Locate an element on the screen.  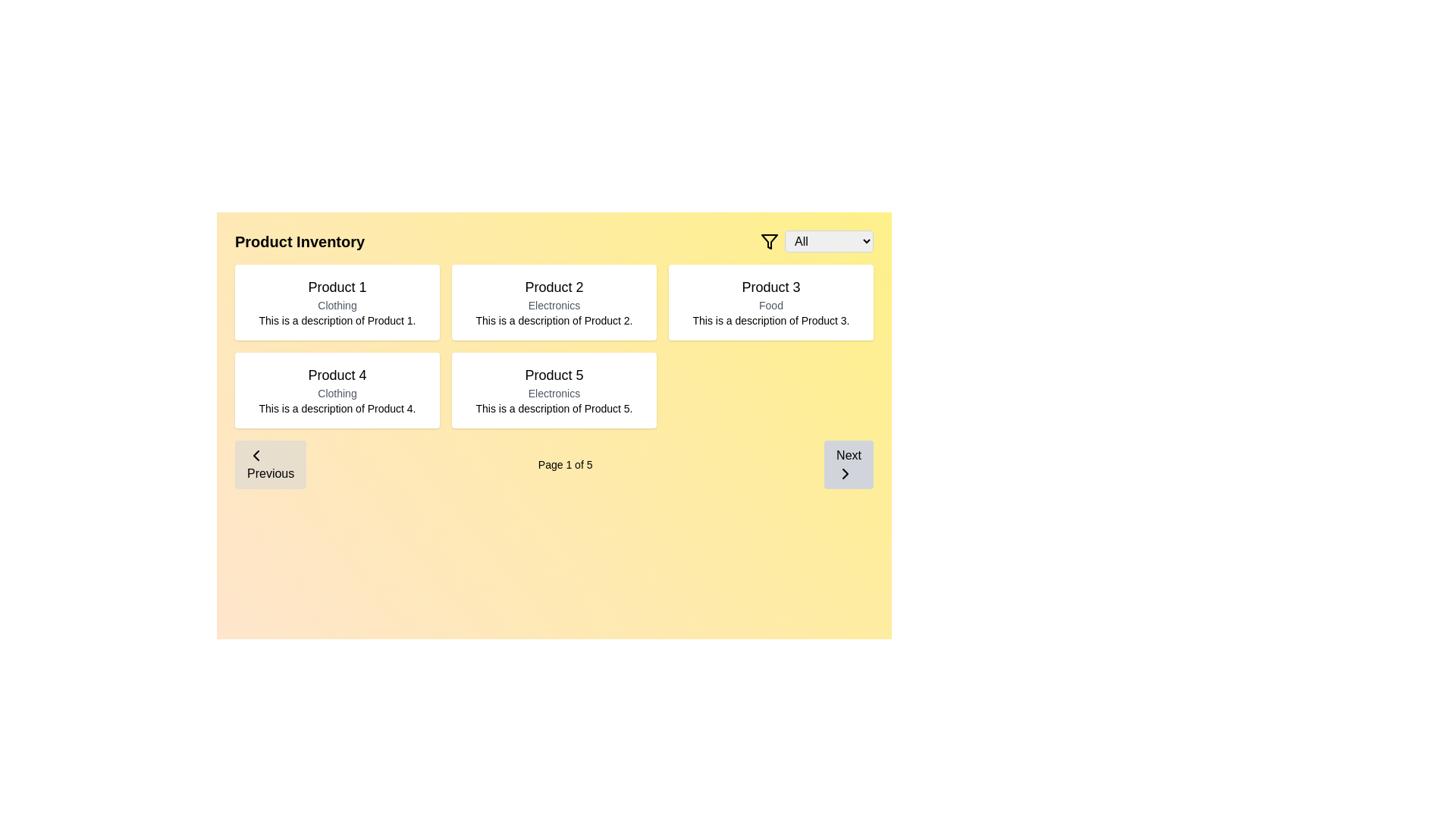
text from the Text Label stating 'This is a description of Product 5.' which is positioned at the bottom of the card labeled 'Product 5' in the Product Inventory page is located at coordinates (553, 408).